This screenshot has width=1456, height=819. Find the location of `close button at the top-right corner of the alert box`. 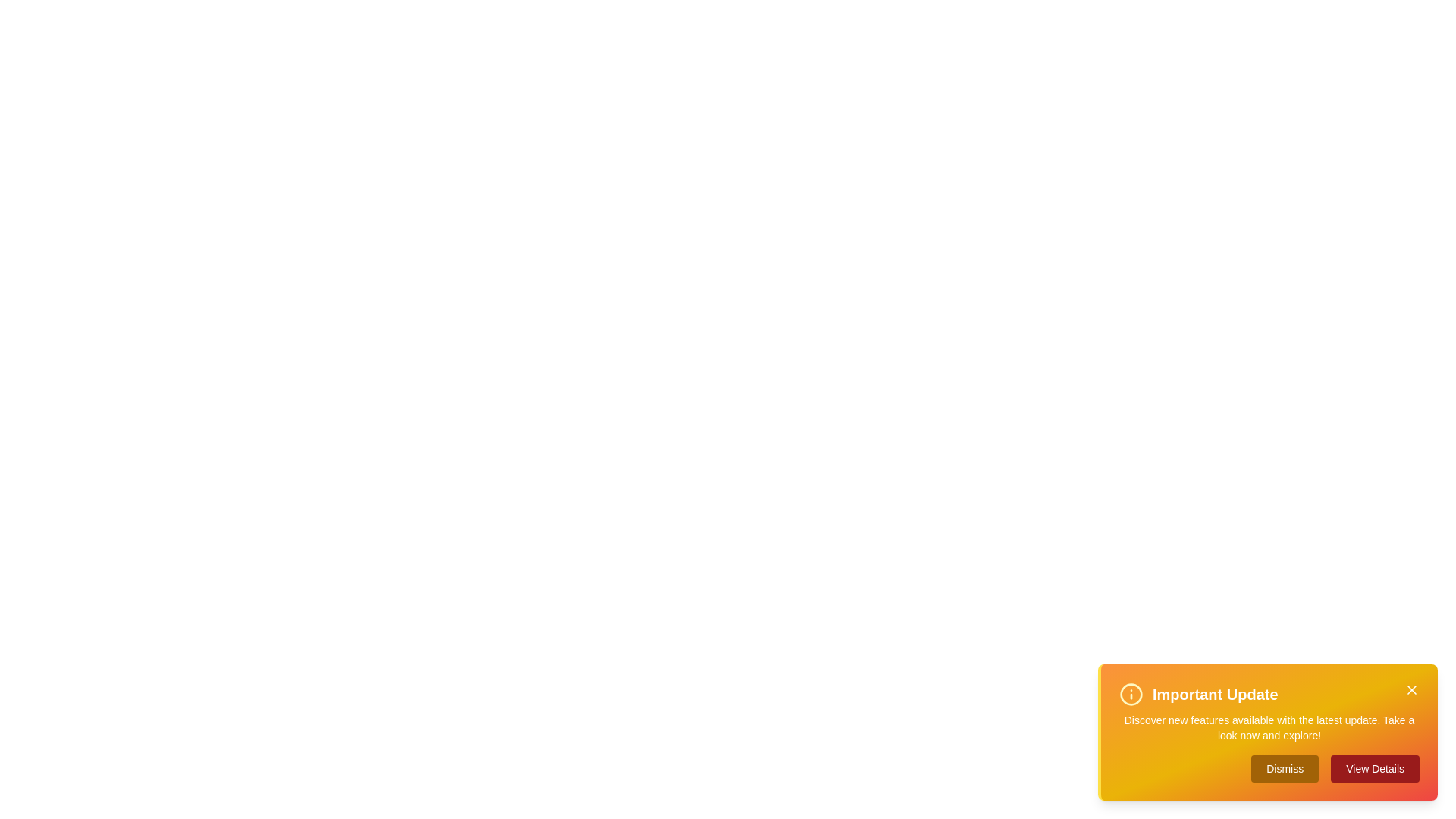

close button at the top-right corner of the alert box is located at coordinates (1411, 690).